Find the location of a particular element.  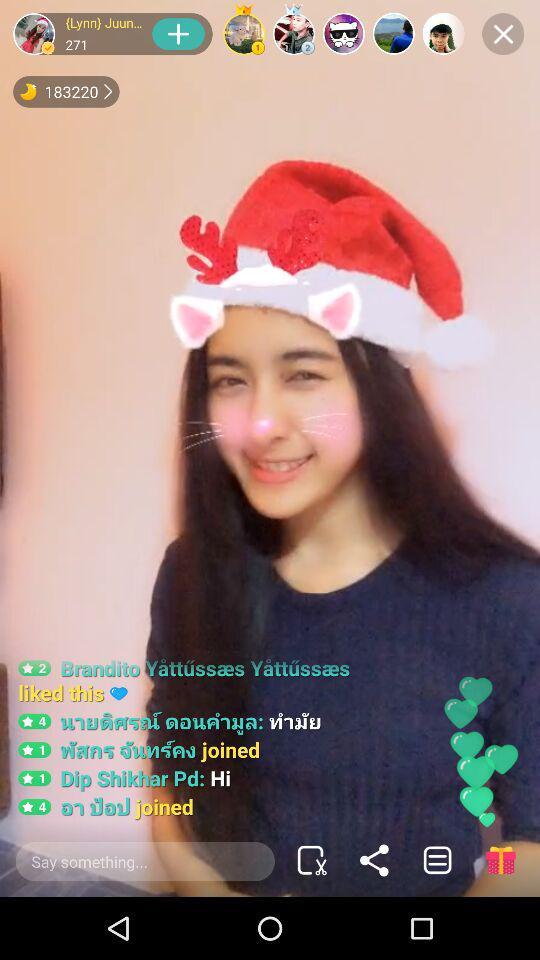

the close icon is located at coordinates (502, 33).